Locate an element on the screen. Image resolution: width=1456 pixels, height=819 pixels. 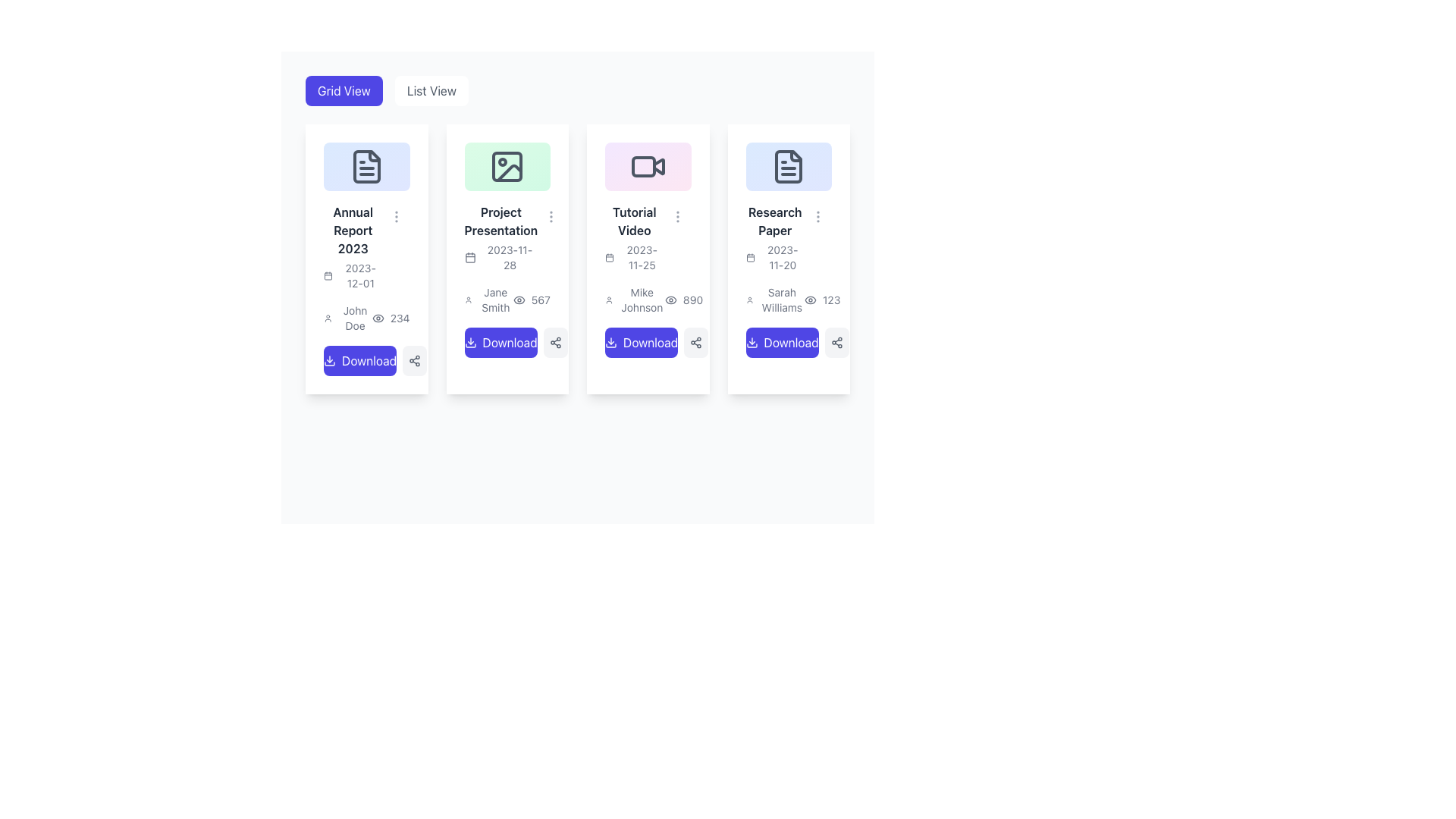
the text block that provides the title and associated date of the content in the second panel of a horizontally aligned grid layout is located at coordinates (507, 237).